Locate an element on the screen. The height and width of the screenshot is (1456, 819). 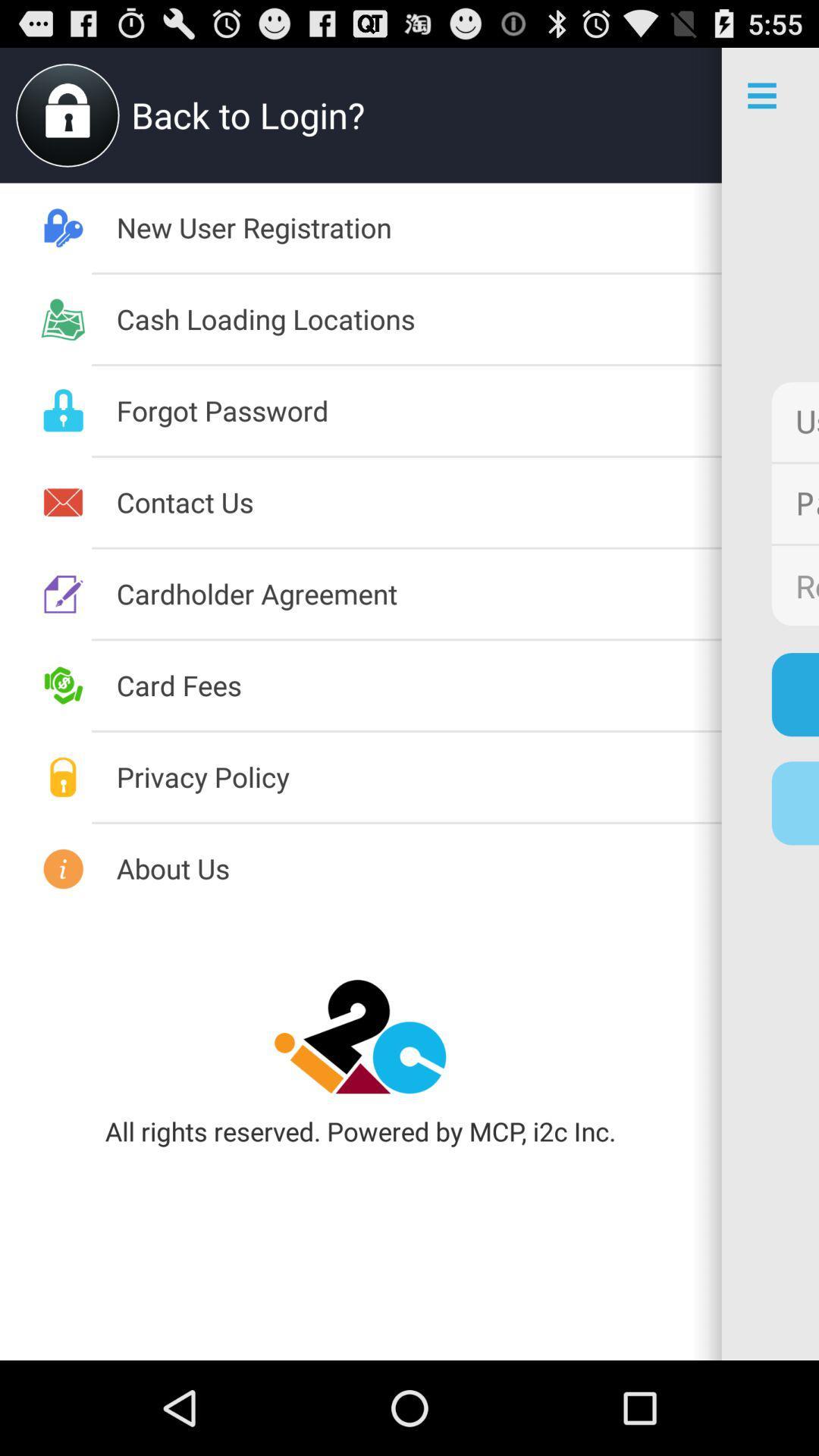
the card fees item is located at coordinates (419, 684).